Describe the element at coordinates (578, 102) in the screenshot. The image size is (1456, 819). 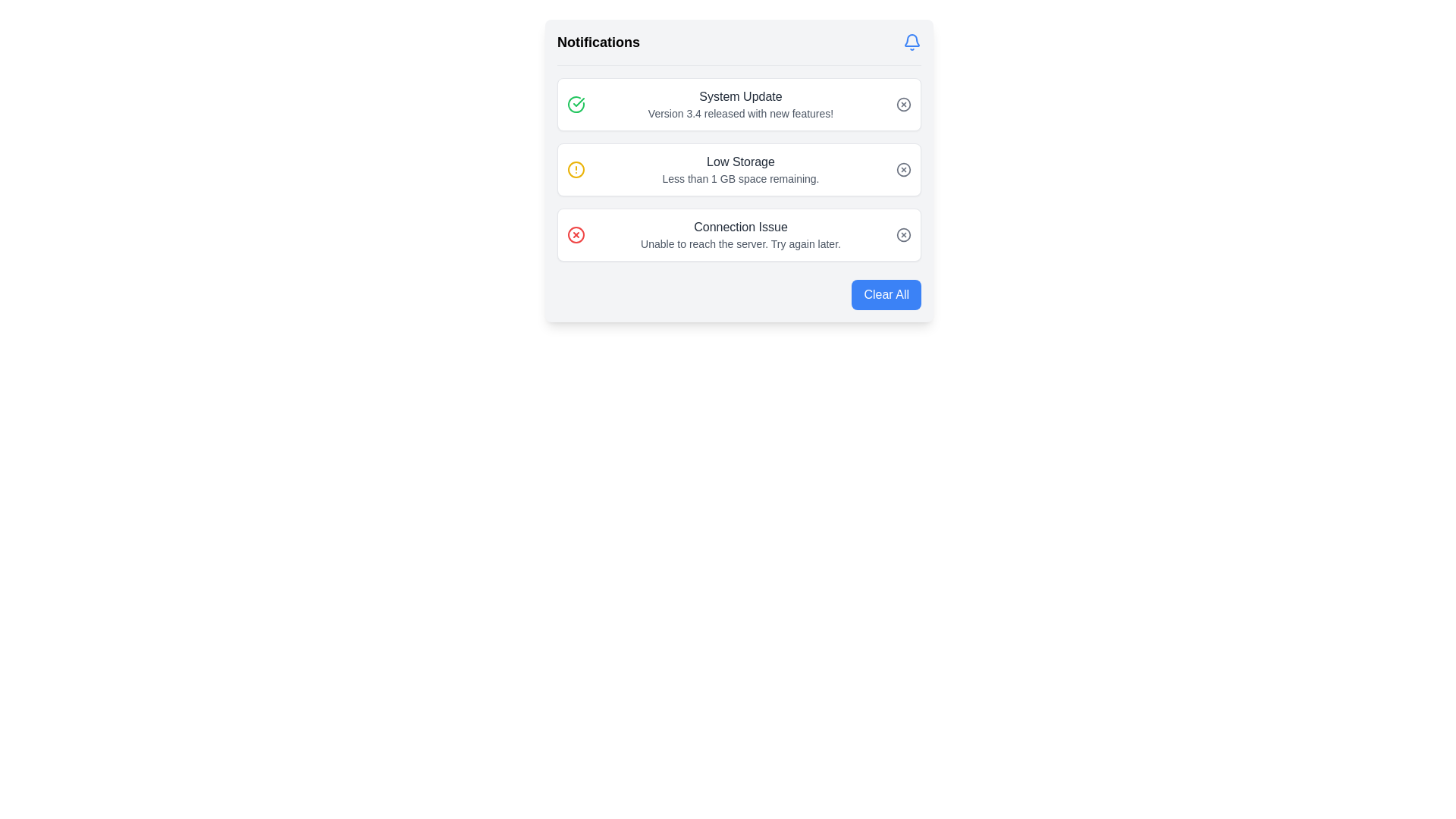
I see `the check mark icon within the SVG graphic next to the 'System Update' notification for feedback` at that location.